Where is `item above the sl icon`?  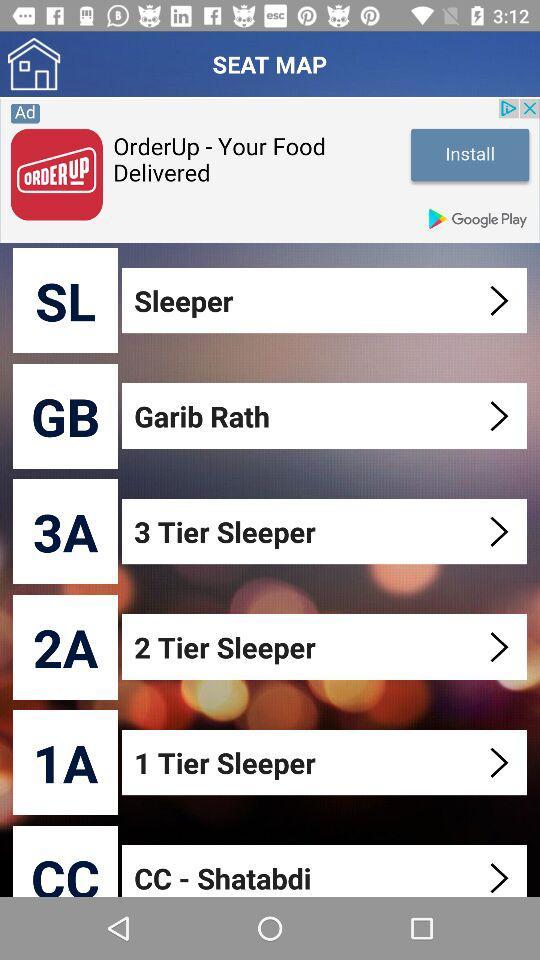
item above the sl icon is located at coordinates (270, 169).